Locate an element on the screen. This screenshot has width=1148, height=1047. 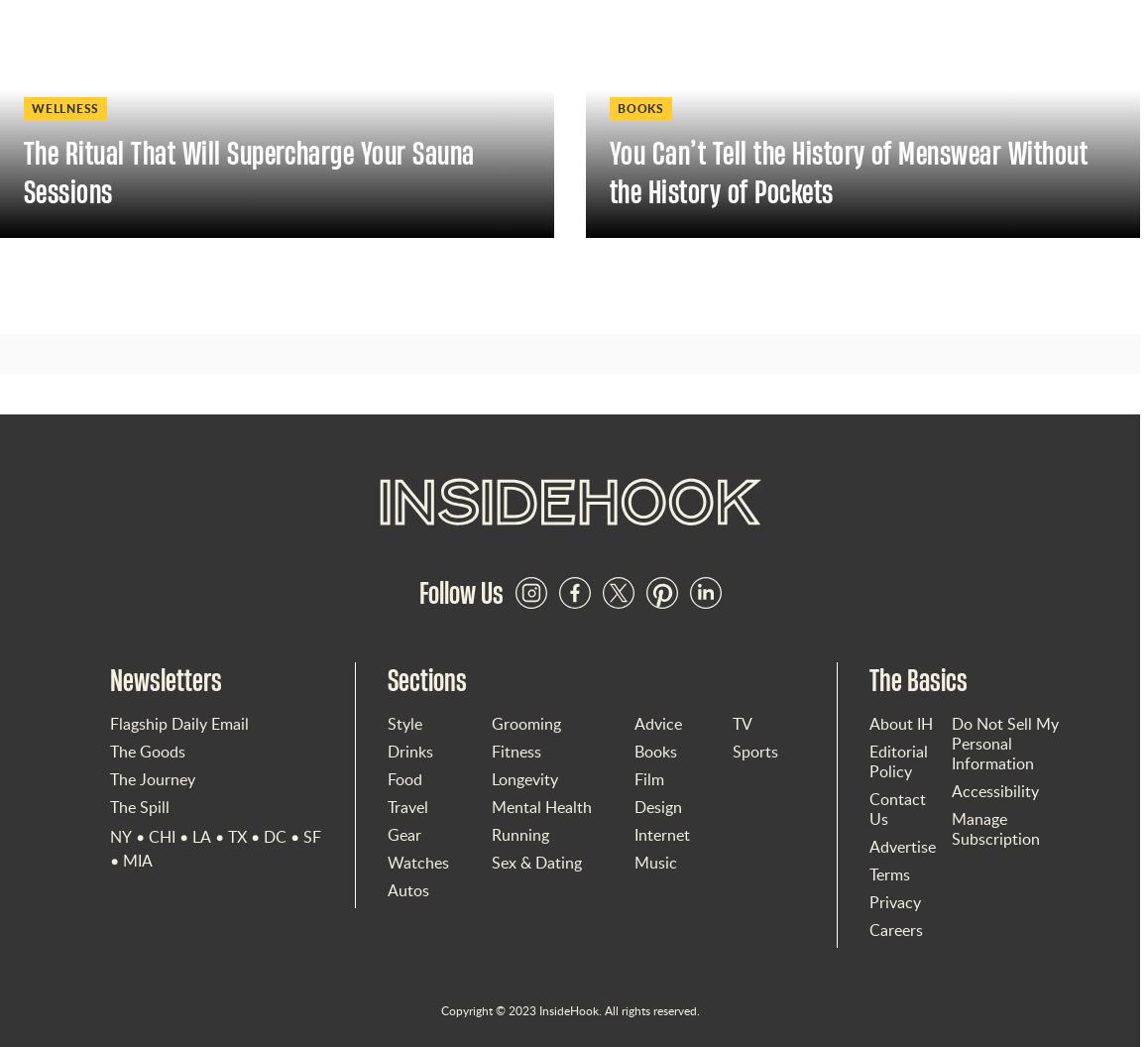
'You Can’t Tell the History of Menswear Without the History of Pockets' is located at coordinates (847, 171).